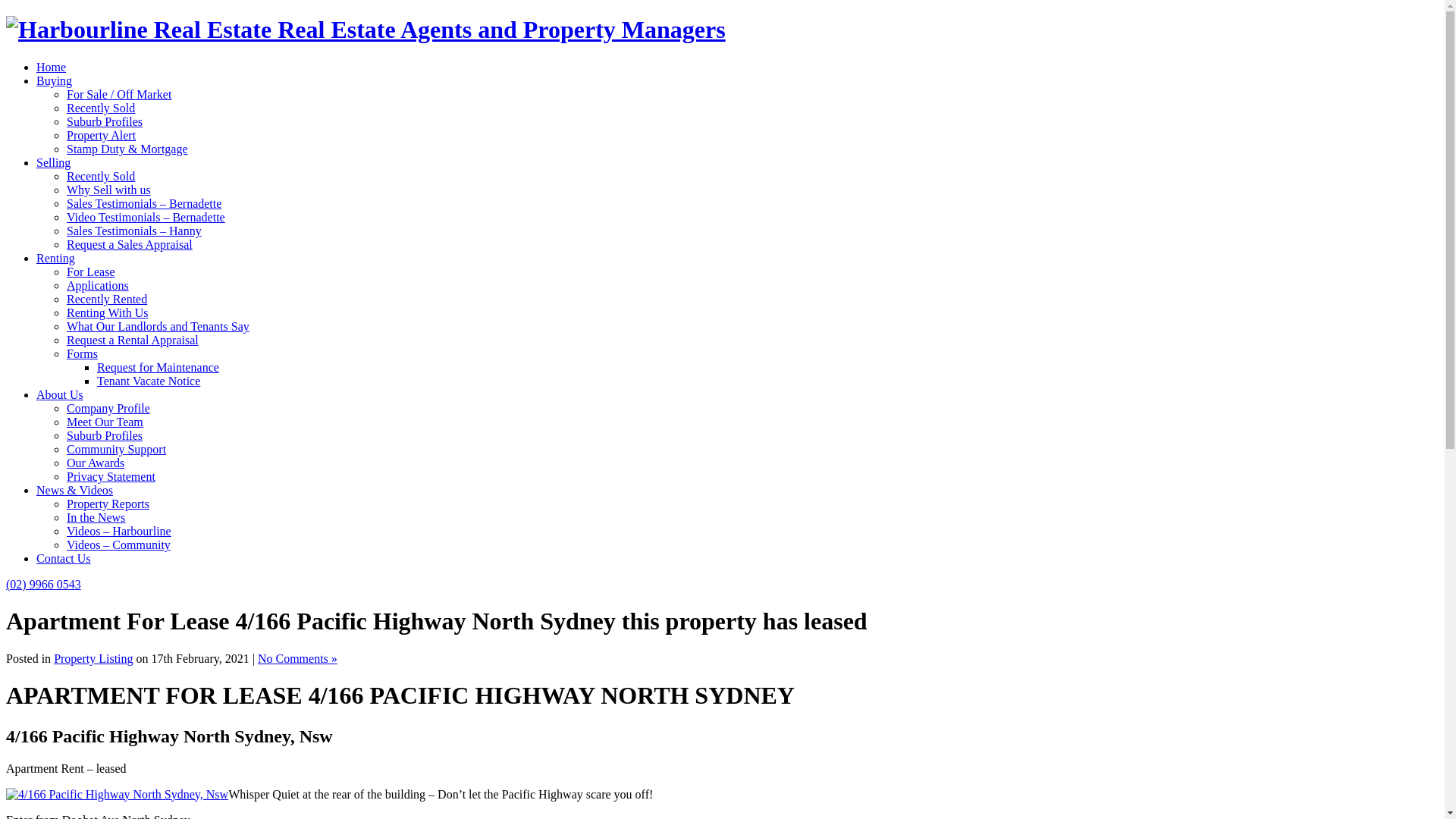 This screenshot has width=1456, height=819. Describe the element at coordinates (118, 94) in the screenshot. I see `'For Sale / Off Market'` at that location.